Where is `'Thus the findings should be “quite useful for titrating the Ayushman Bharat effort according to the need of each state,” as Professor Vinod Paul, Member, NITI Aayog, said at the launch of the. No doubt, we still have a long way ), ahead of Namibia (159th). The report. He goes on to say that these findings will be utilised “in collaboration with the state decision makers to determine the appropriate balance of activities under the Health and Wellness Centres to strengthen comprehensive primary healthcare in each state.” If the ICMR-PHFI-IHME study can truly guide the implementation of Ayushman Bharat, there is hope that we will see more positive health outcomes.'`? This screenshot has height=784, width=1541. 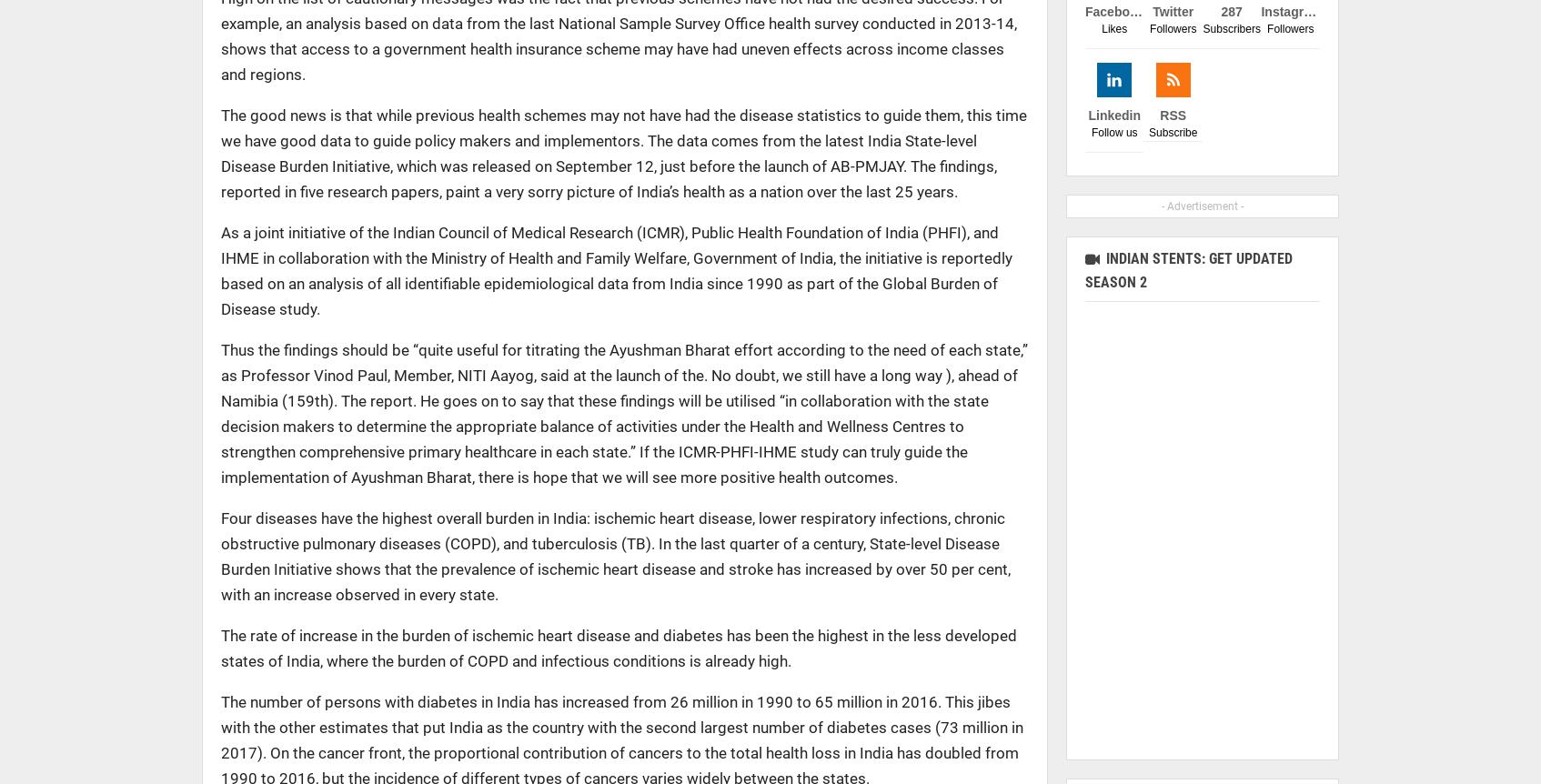 'Thus the findings should be “quite useful for titrating the Ayushman Bharat effort according to the need of each state,” as Professor Vinod Paul, Member, NITI Aayog, said at the launch of the. No doubt, we still have a long way ), ahead of Namibia (159th). The report. He goes on to say that these findings will be utilised “in collaboration with the state decision makers to determine the appropriate balance of activities under the Health and Wellness Centres to strengthen comprehensive primary healthcare in each state.” If the ICMR-PHFI-IHME study can truly guide the implementation of Ayushman Bharat, there is hope that we will see more positive health outcomes.' is located at coordinates (624, 413).